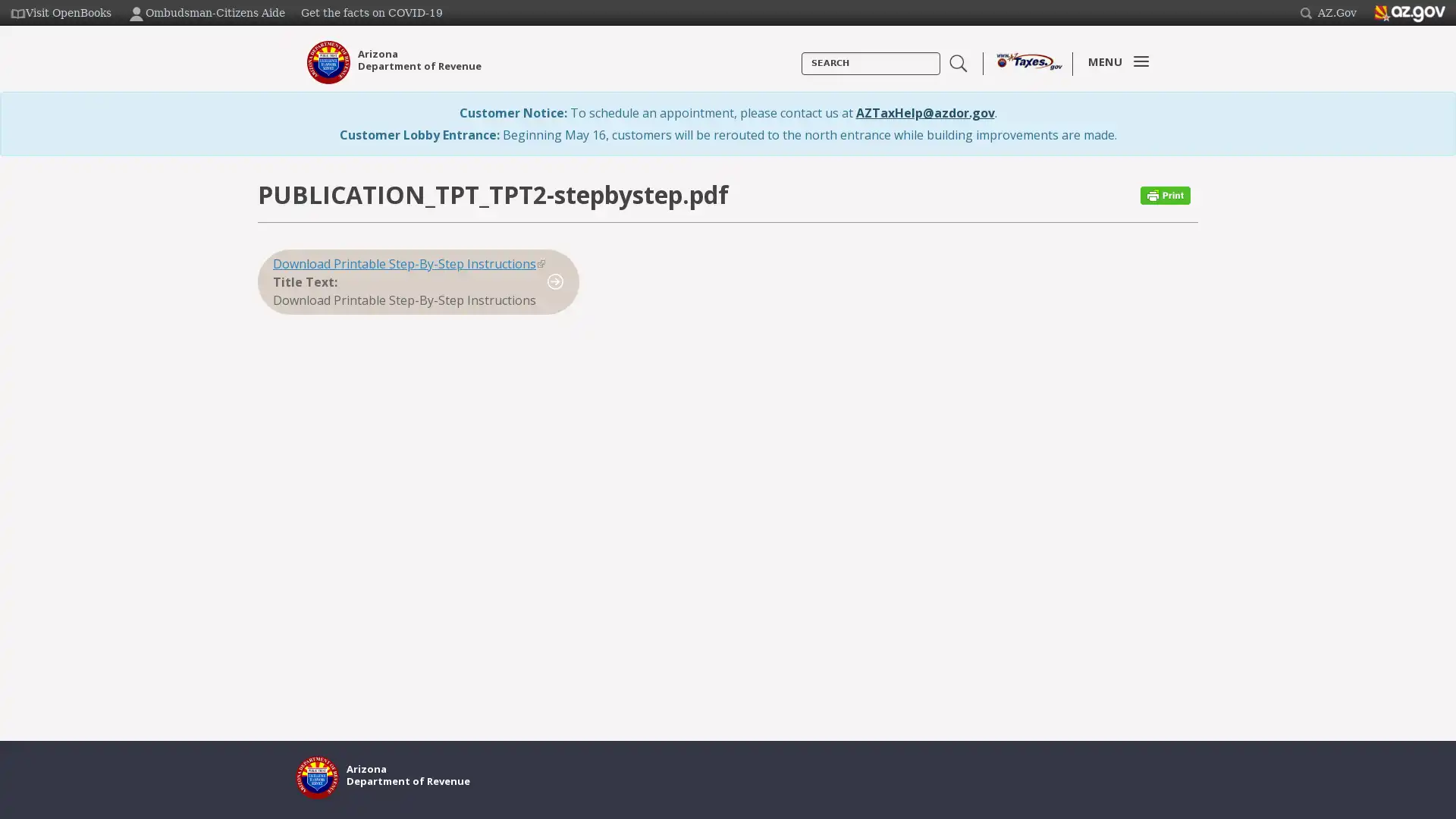 Image resolution: width=1456 pixels, height=819 pixels. What do you see at coordinates (801, 75) in the screenshot?
I see `Search` at bounding box center [801, 75].